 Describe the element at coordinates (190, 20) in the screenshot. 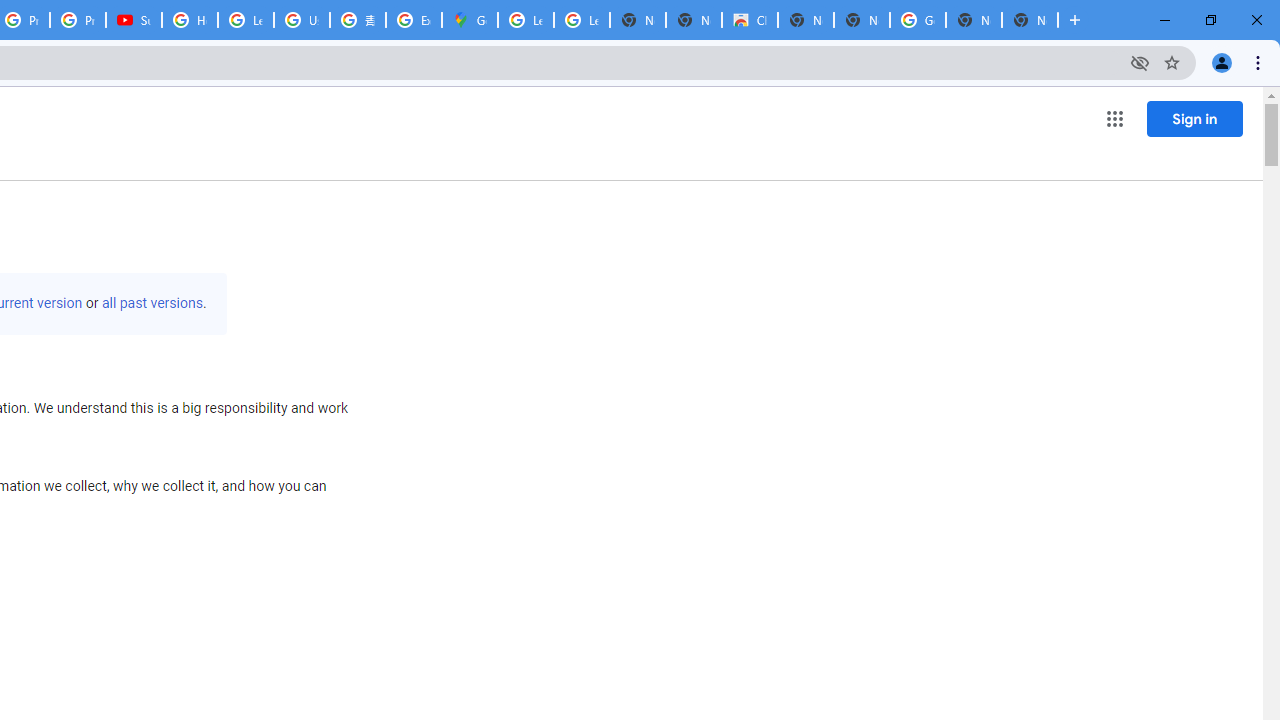

I see `'How Chrome protects your passwords - Google Chrome Help'` at that location.